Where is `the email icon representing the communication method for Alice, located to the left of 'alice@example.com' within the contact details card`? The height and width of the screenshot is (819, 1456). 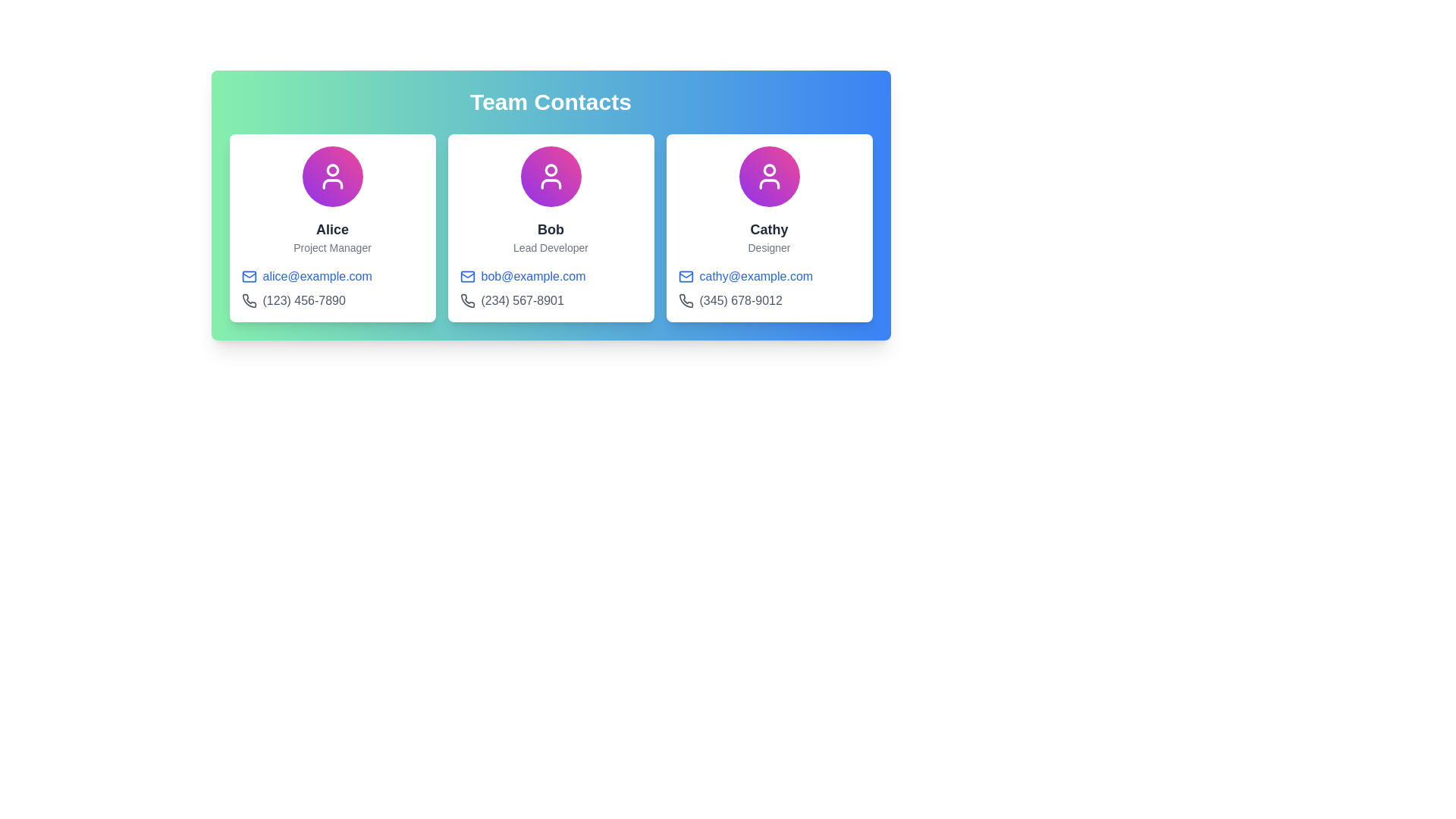
the email icon representing the communication method for Alice, located to the left of 'alice@example.com' within the contact details card is located at coordinates (249, 277).